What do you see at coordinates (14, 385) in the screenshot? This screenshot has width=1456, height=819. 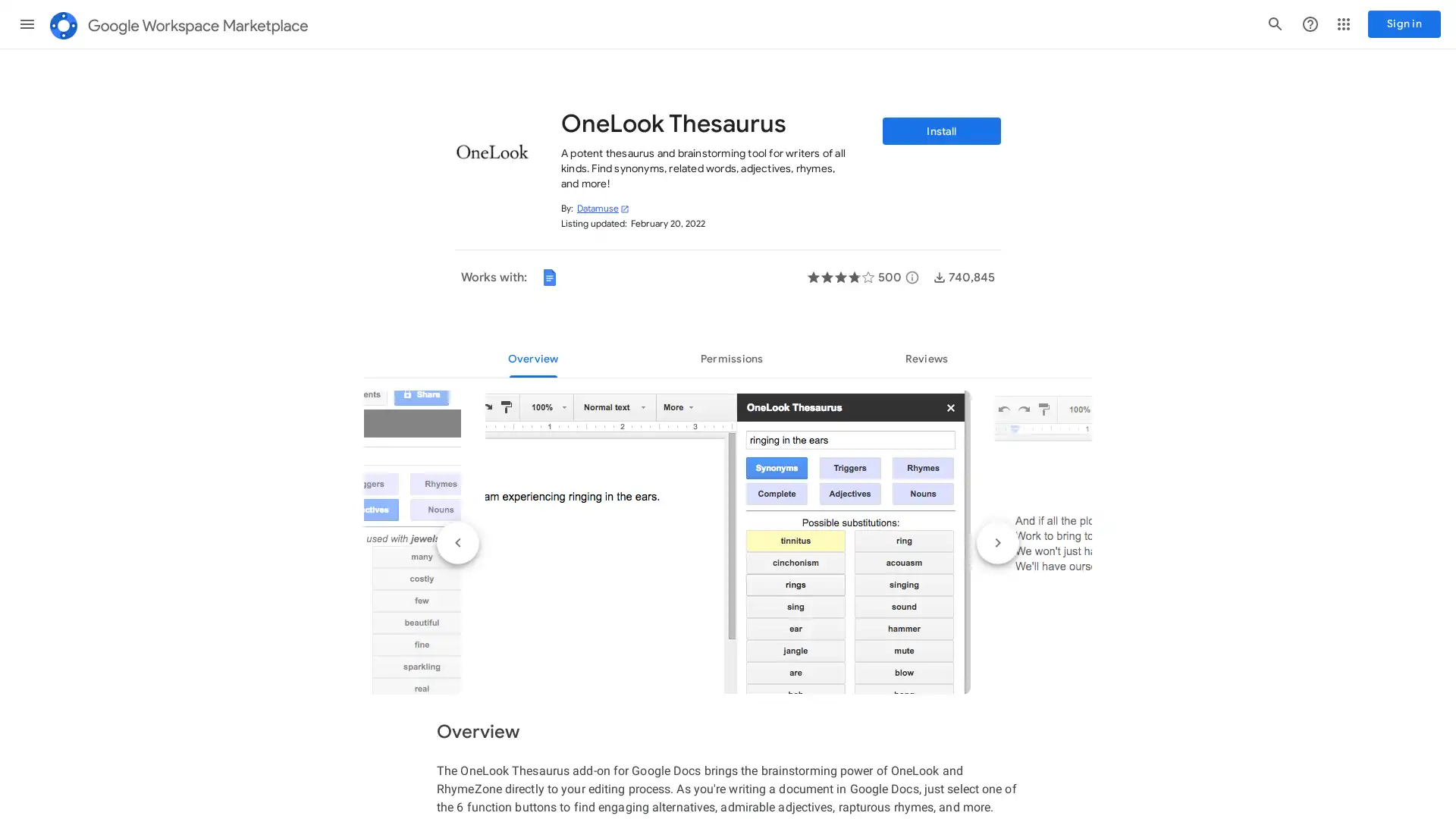 I see `Categories` at bounding box center [14, 385].